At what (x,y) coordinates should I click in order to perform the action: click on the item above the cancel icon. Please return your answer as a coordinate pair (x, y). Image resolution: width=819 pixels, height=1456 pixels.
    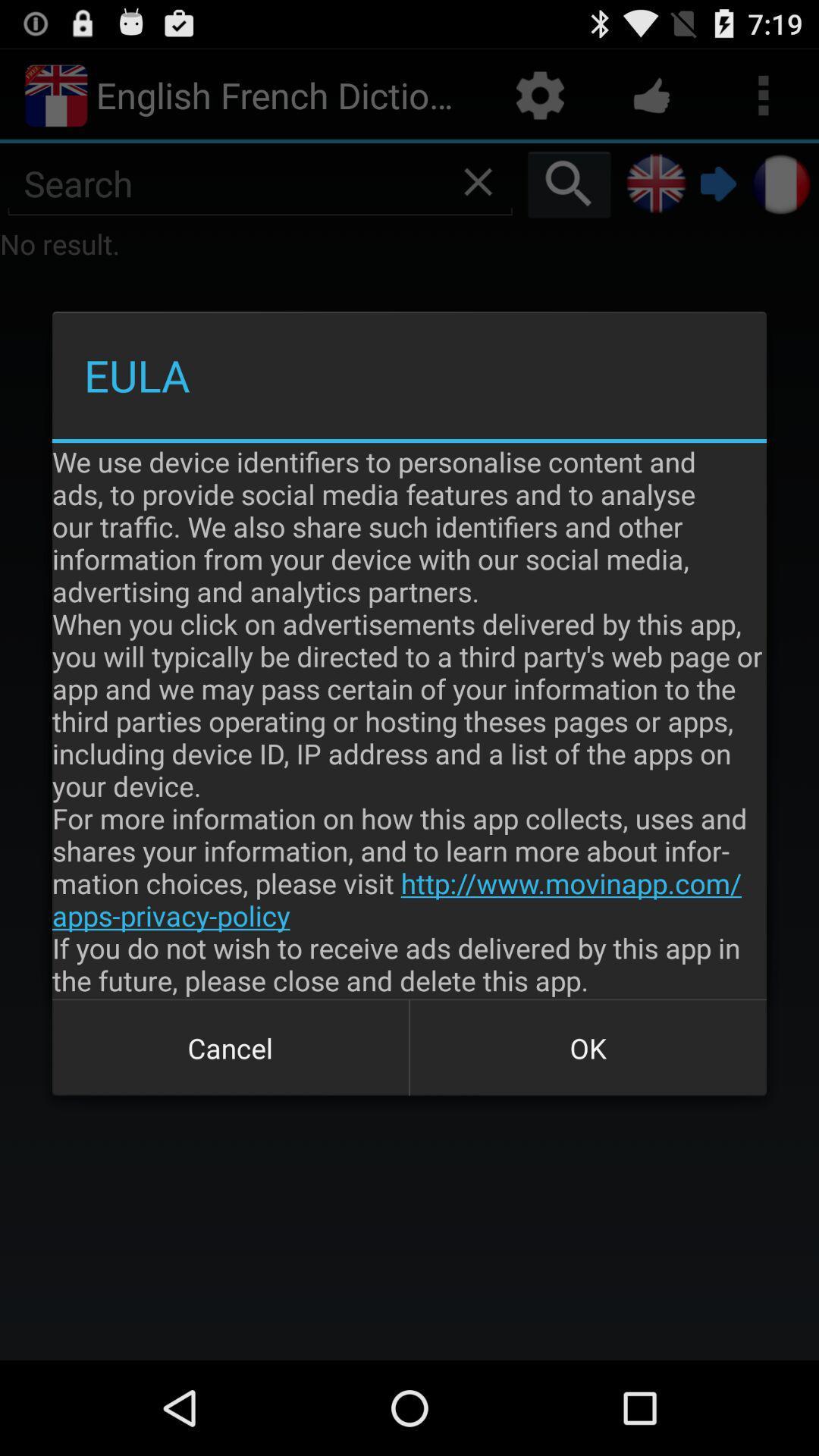
    Looking at the image, I should click on (409, 720).